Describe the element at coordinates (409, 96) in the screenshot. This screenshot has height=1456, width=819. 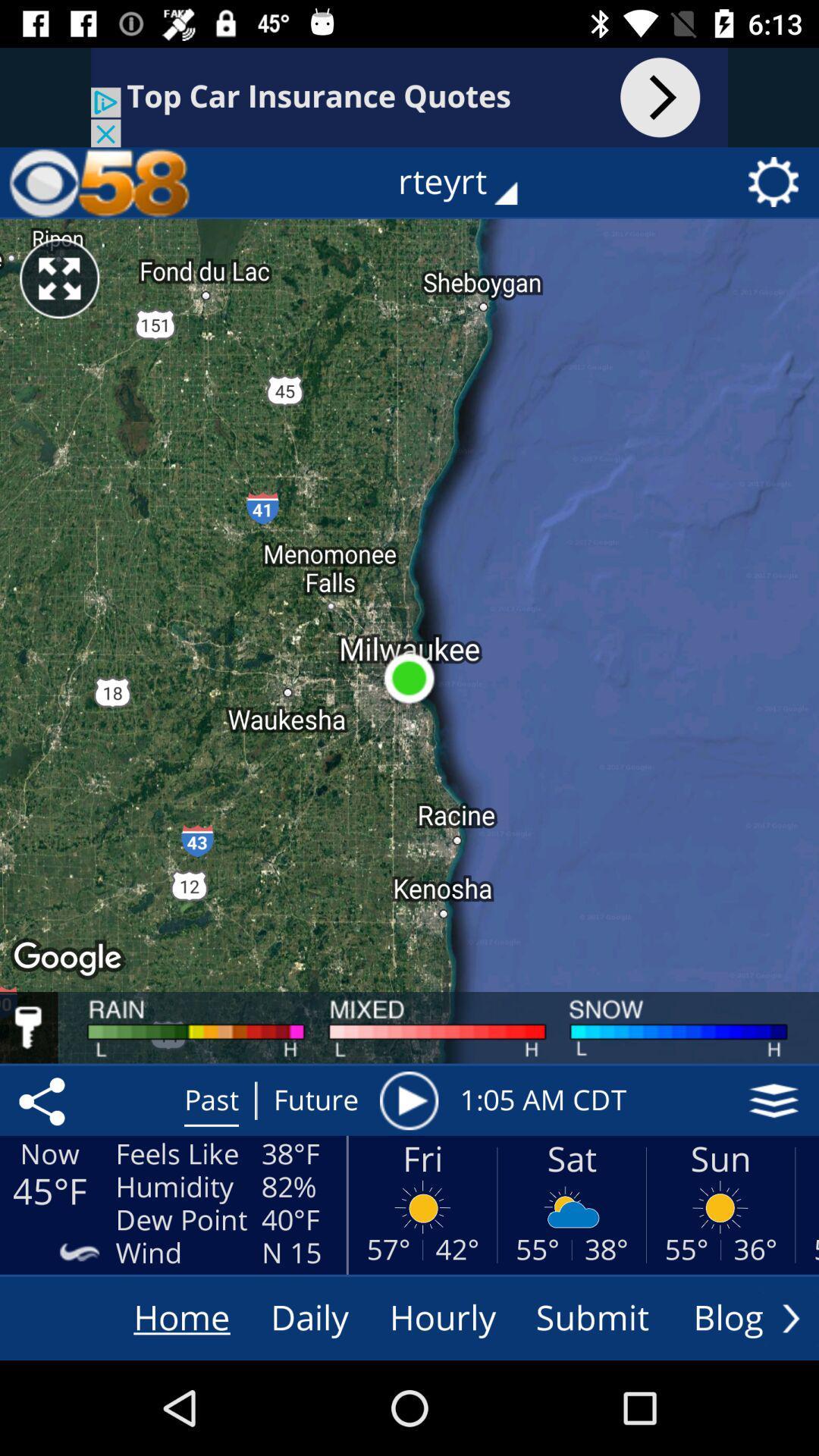
I see `advertising` at that location.